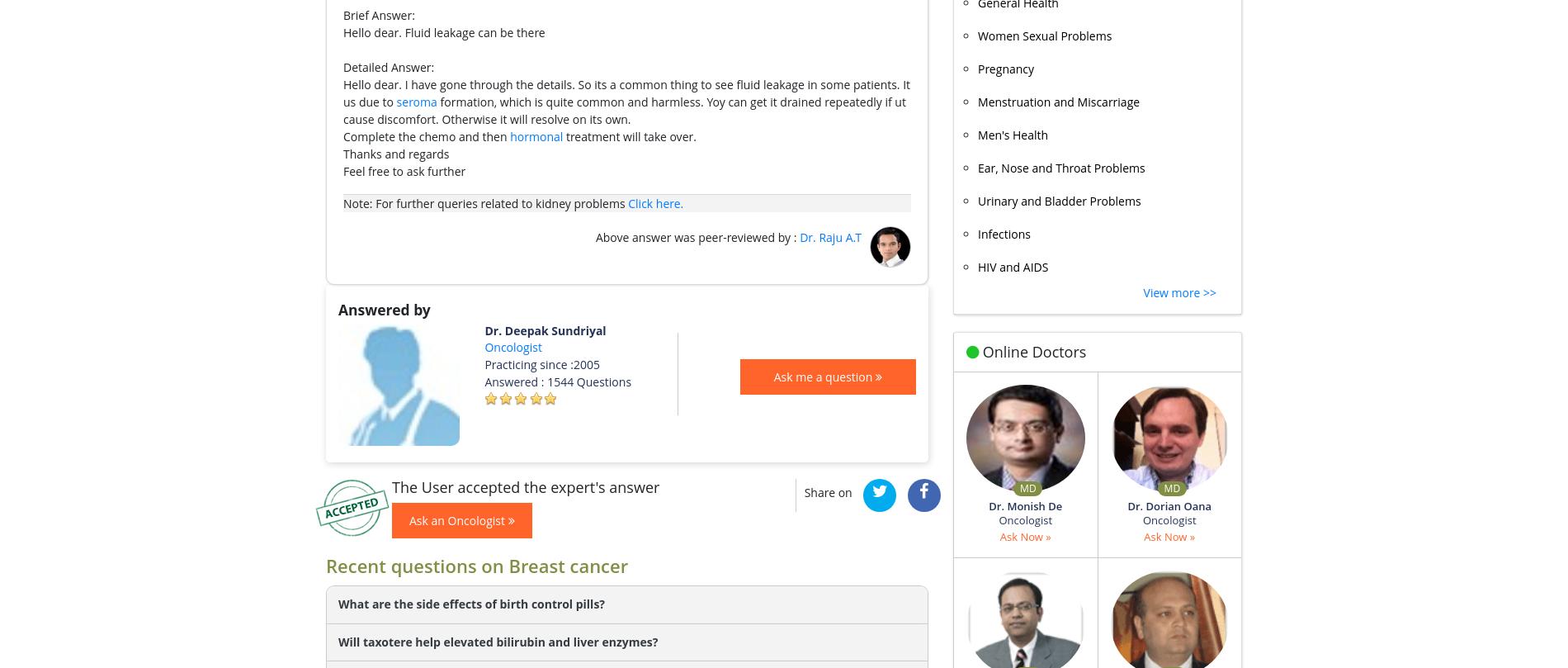 The image size is (1568, 668). Describe the element at coordinates (444, 32) in the screenshot. I see `'Hello dear. Fluid leakage can be there'` at that location.